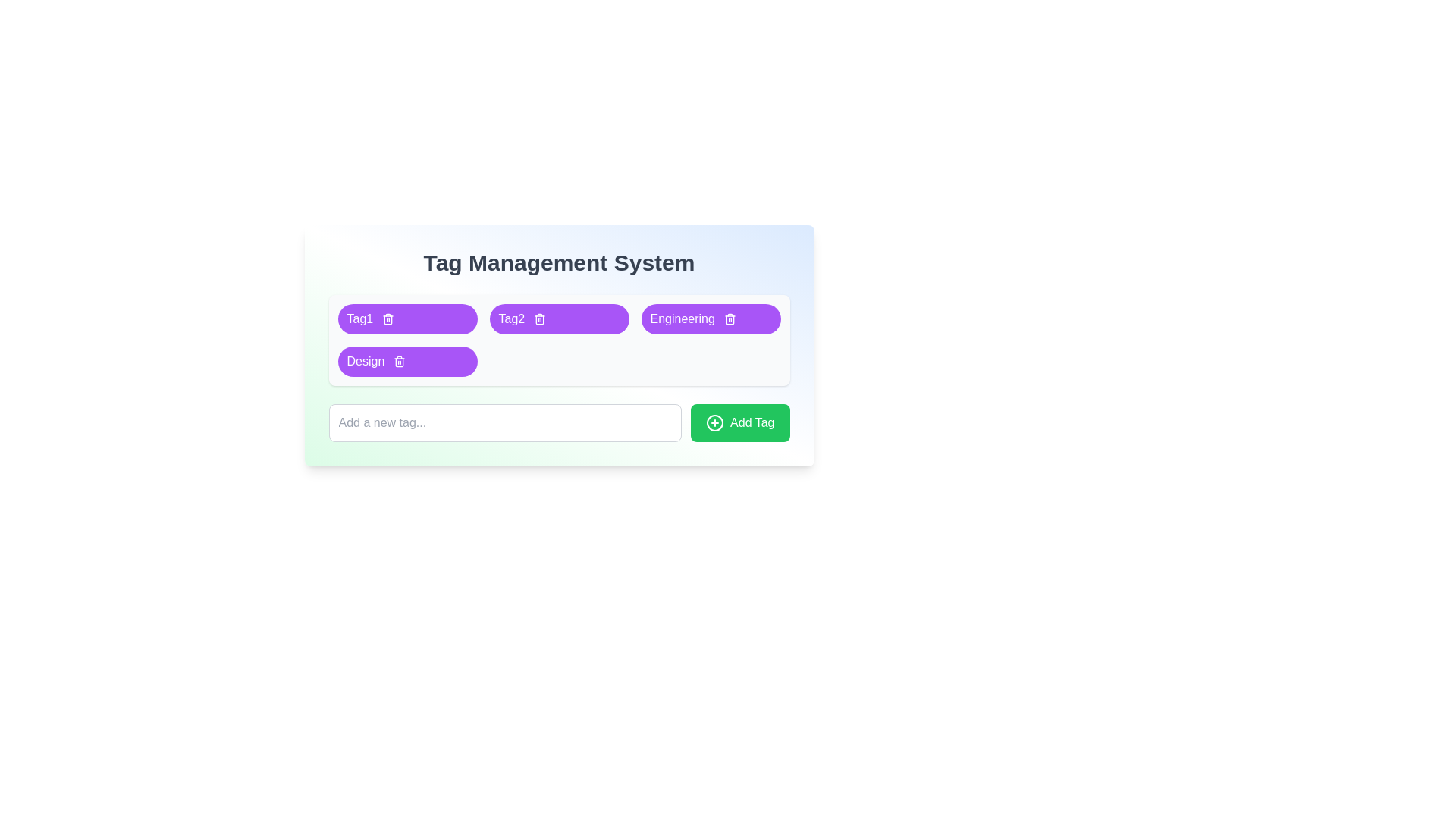 This screenshot has width=1456, height=819. Describe the element at coordinates (359, 318) in the screenshot. I see `the text label 'Tag1', which is styled with a white font on a purple rounded background, located as the first tag` at that location.